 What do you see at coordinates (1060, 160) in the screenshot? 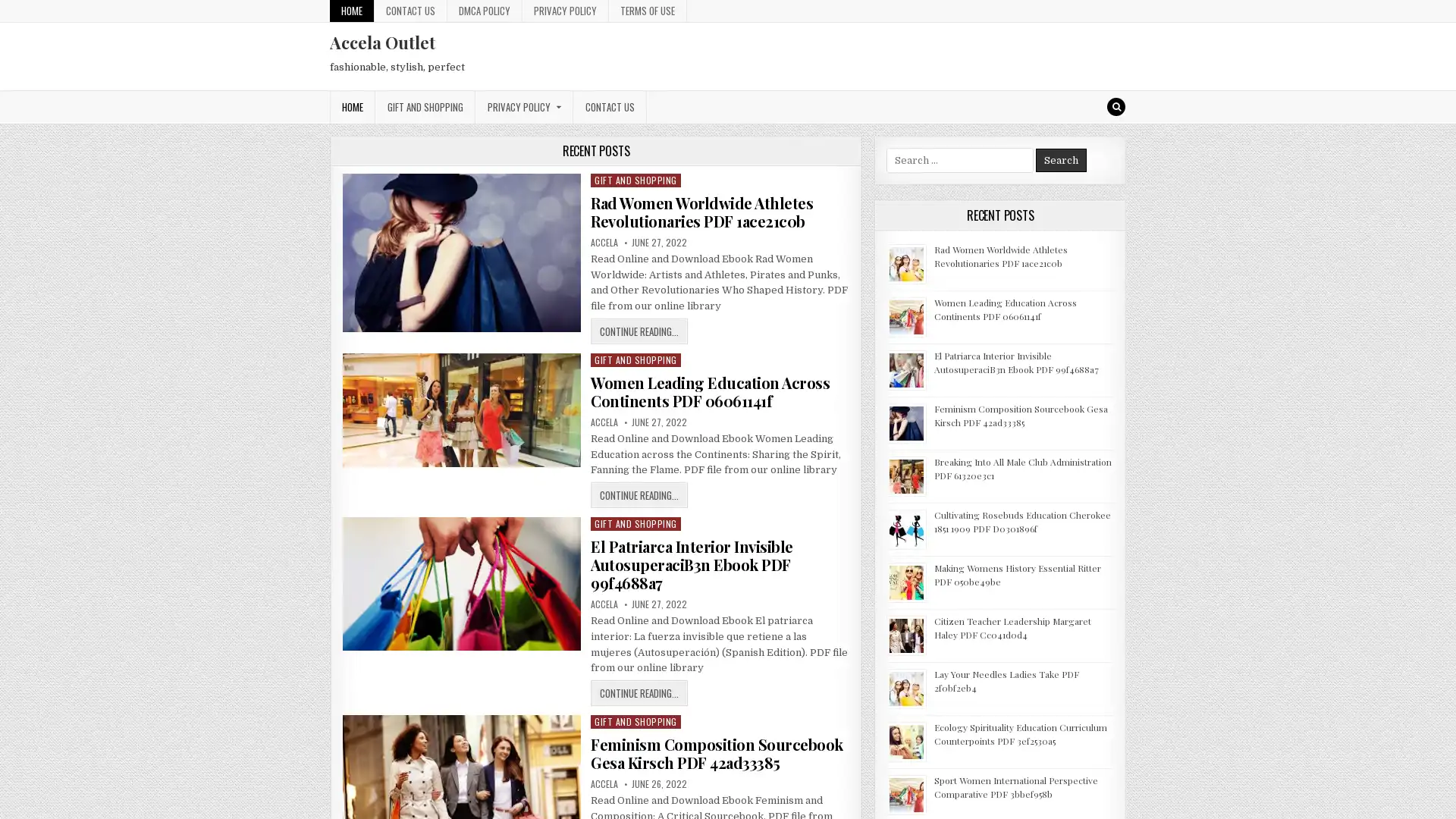
I see `Search` at bounding box center [1060, 160].